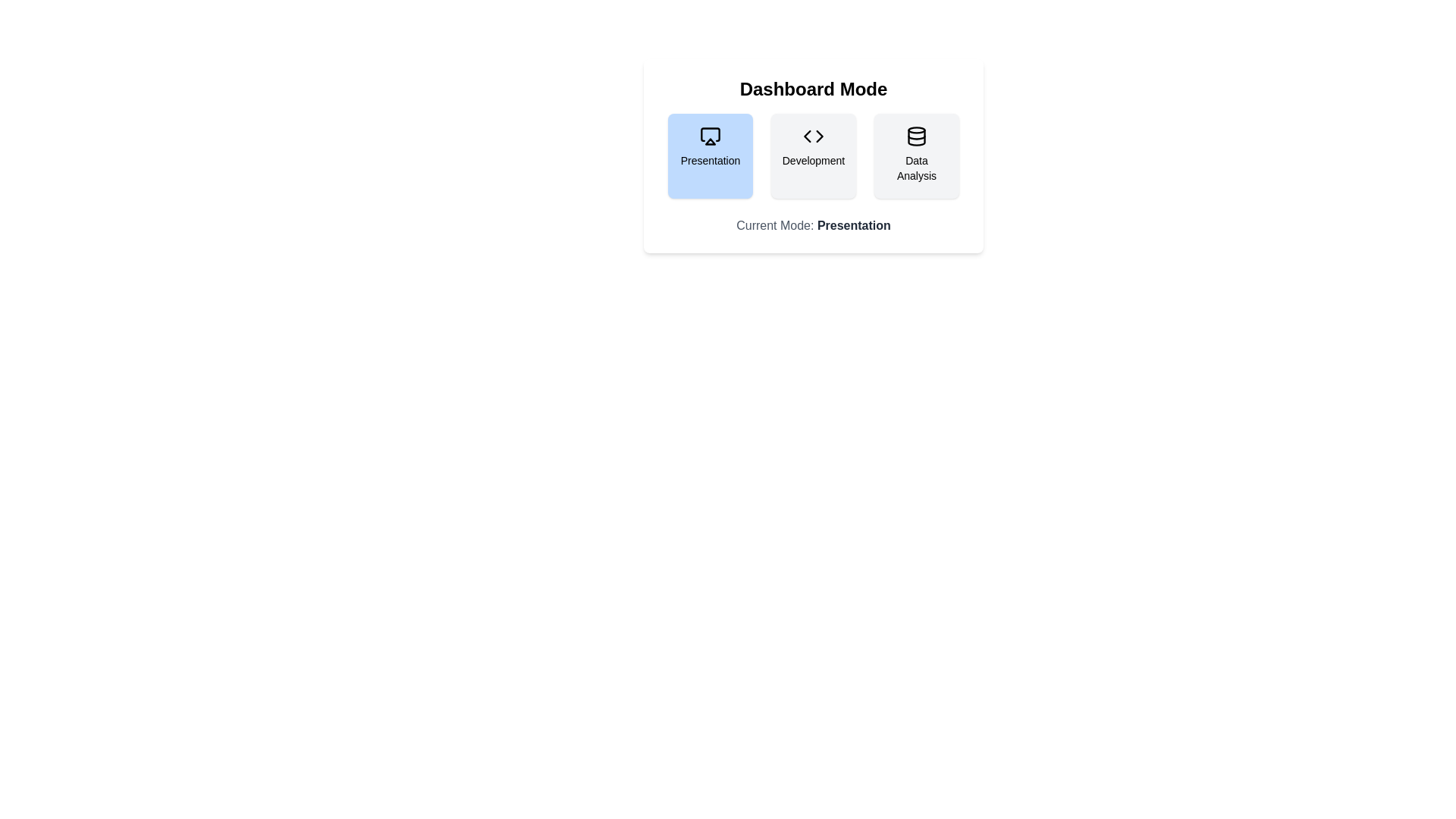 This screenshot has width=1456, height=819. What do you see at coordinates (916, 155) in the screenshot?
I see `the mode button labeled Data Analysis to observe its hover effect` at bounding box center [916, 155].